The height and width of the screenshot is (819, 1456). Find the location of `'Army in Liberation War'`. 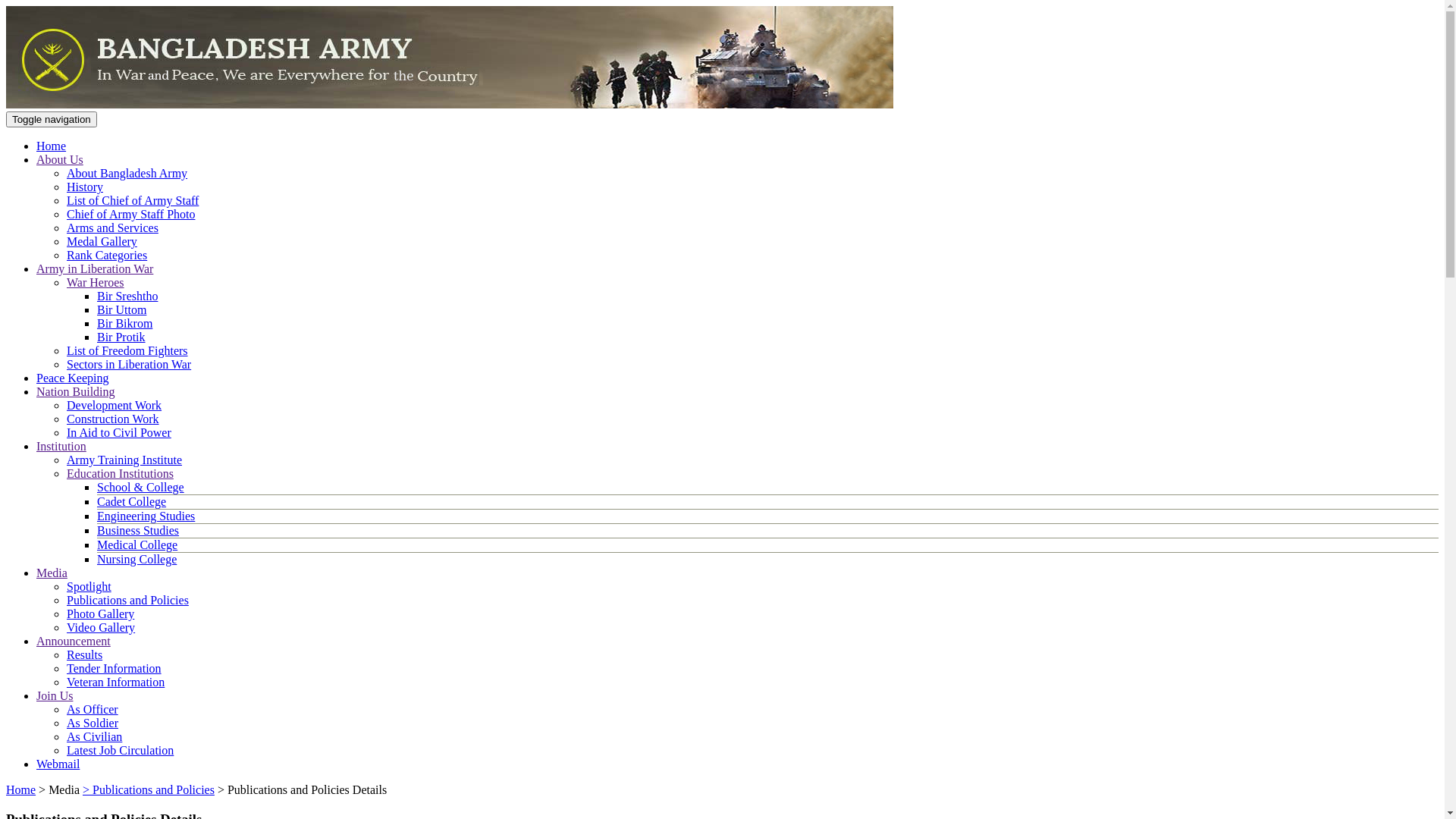

'Army in Liberation War' is located at coordinates (93, 268).